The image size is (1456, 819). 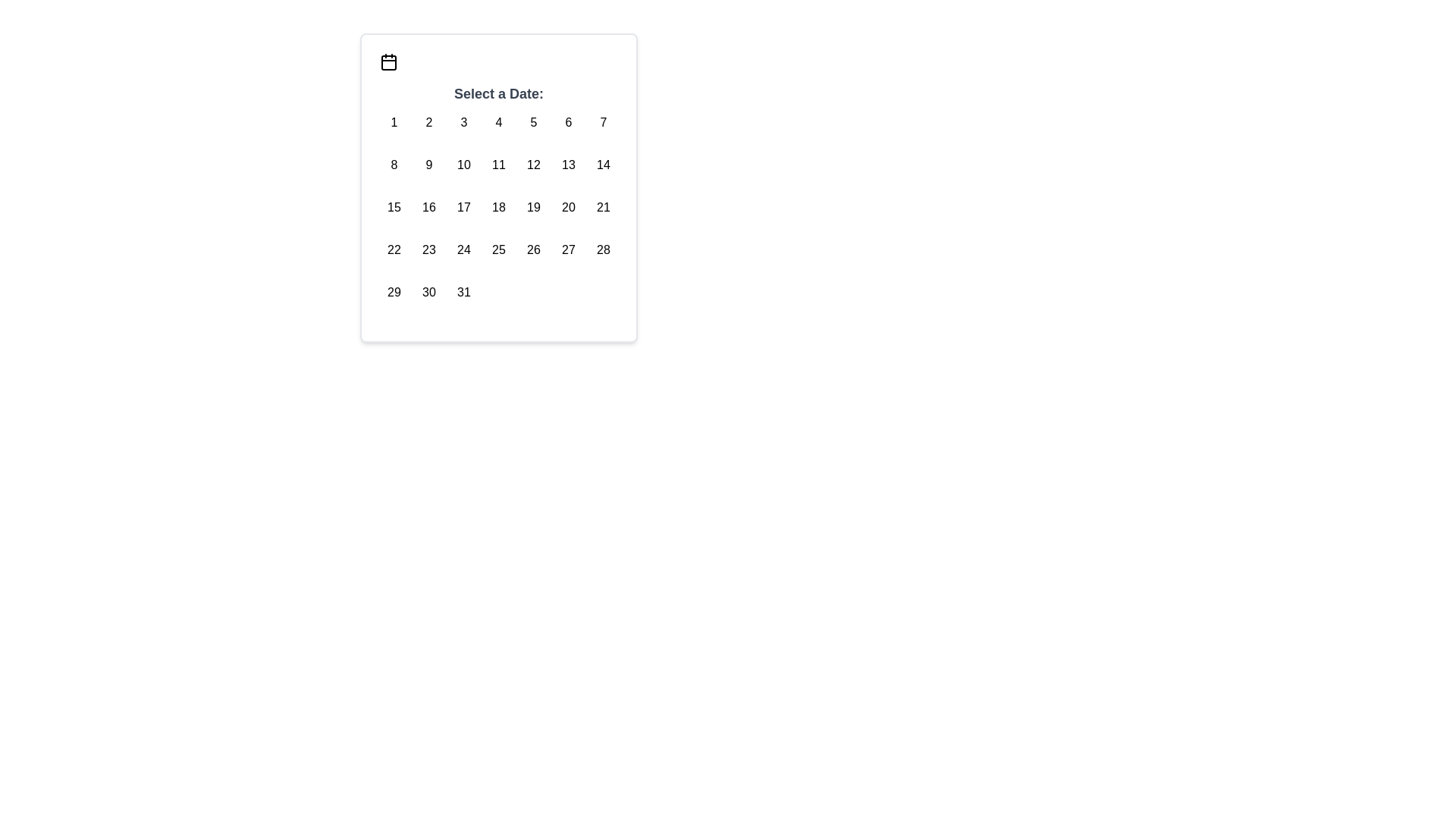 What do you see at coordinates (603, 249) in the screenshot?
I see `the selectable calendar date button representing the 28th day of the displayed month located in the fourth row and seventh column of the calendar grid` at bounding box center [603, 249].